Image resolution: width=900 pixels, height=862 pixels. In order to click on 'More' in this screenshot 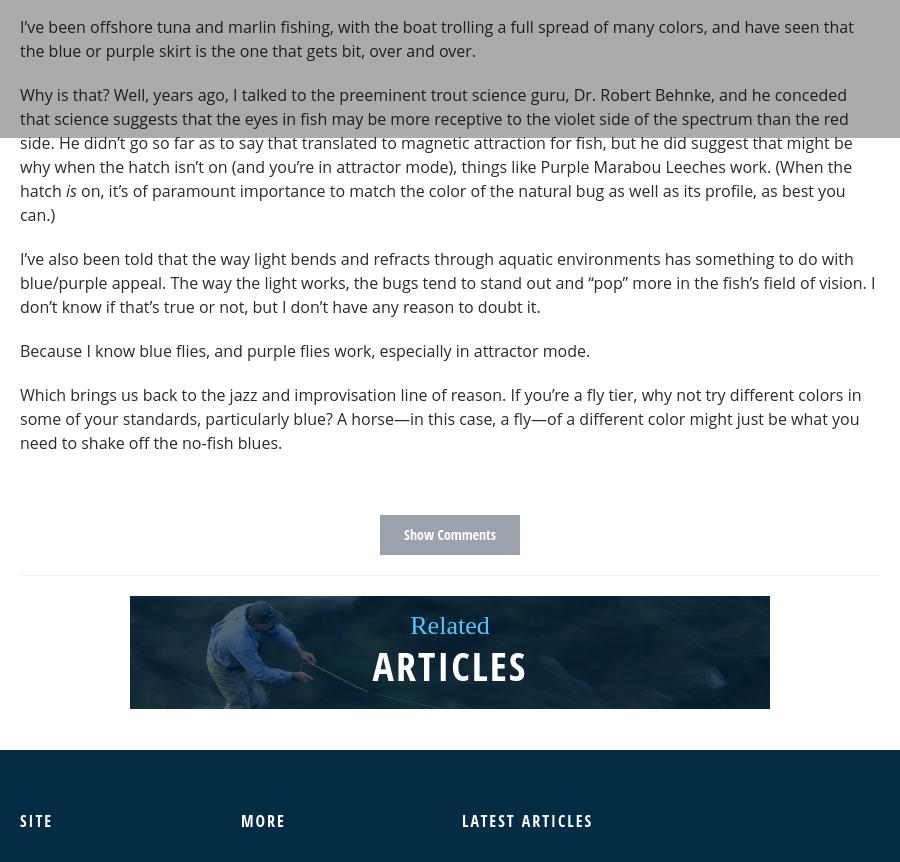, I will do `click(261, 819)`.